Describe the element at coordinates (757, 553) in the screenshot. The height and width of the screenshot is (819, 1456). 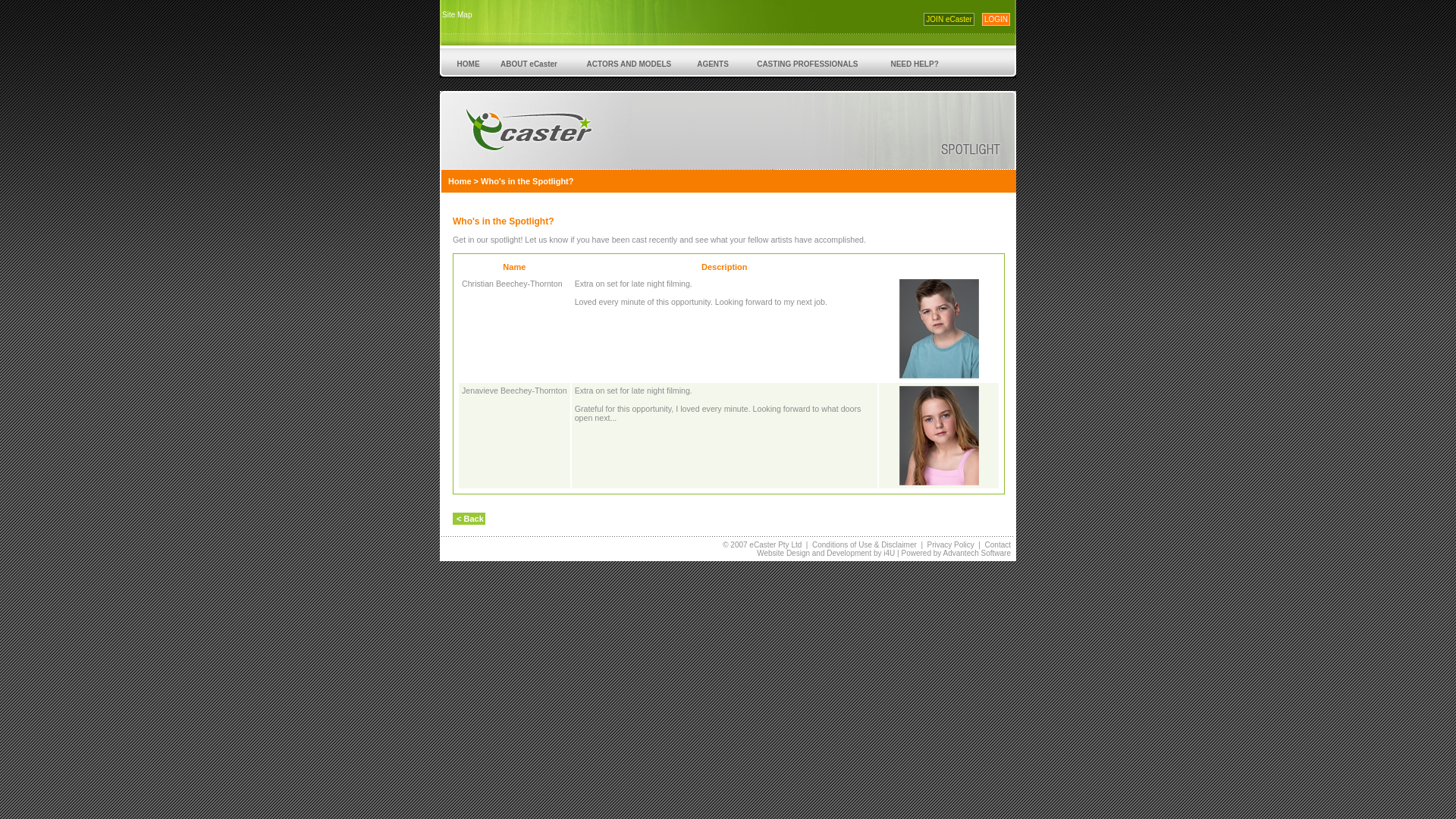
I see `'Website Design and'` at that location.